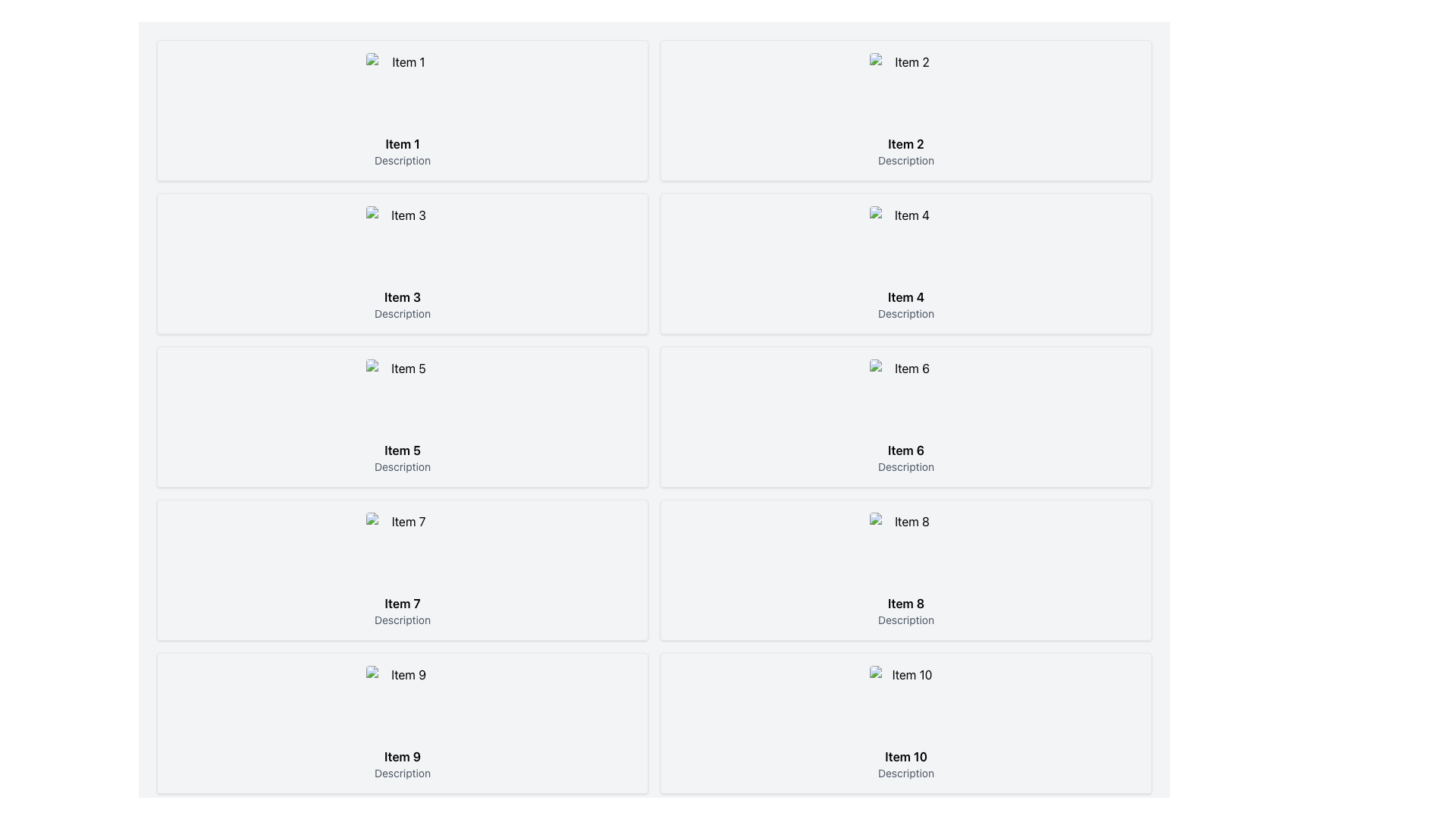 This screenshot has height=819, width=1456. I want to click on the image placeholder that serves as a visual representation for 'Item 6', located in the right column, third row of the grid layout, so click(906, 394).